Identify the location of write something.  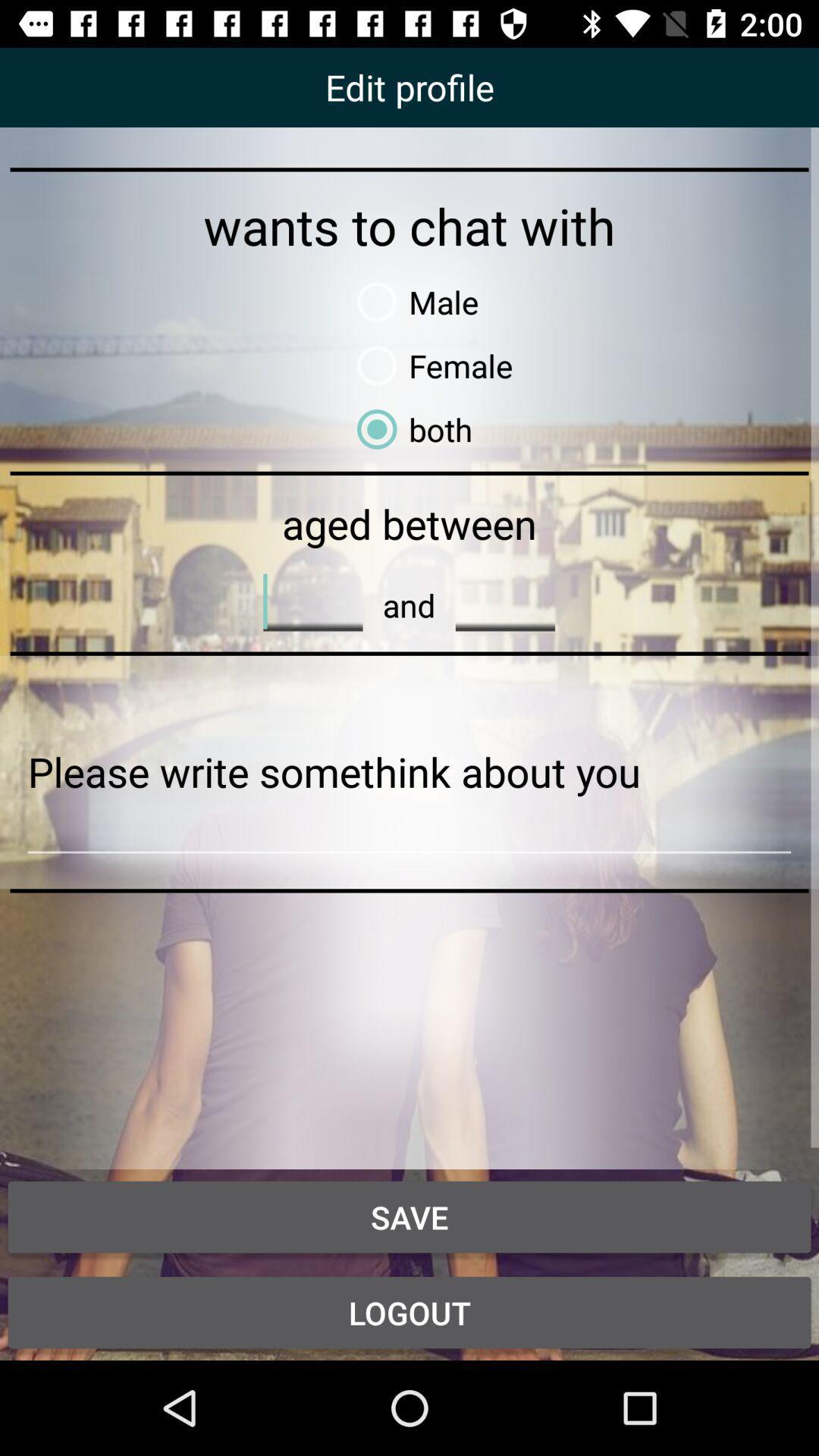
(409, 772).